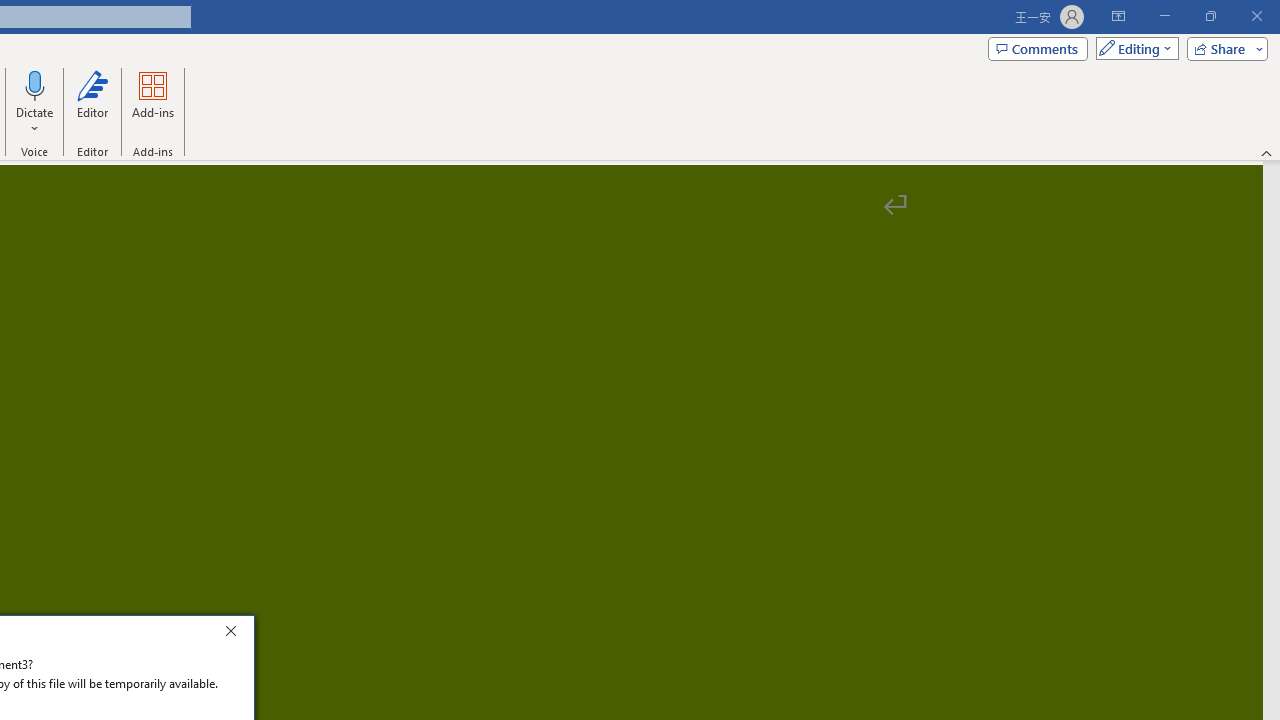  I want to click on 'Ribbon Display Options', so click(1117, 16).